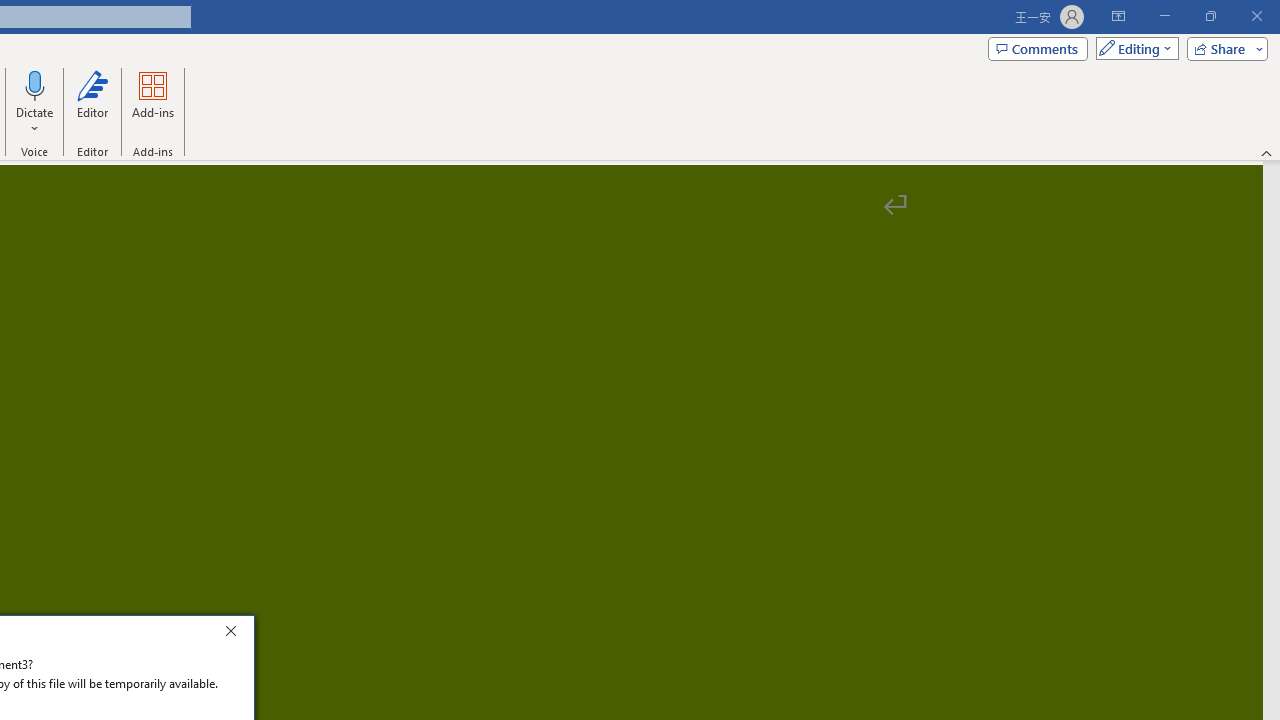  I want to click on 'Ribbon Display Options', so click(1117, 16).